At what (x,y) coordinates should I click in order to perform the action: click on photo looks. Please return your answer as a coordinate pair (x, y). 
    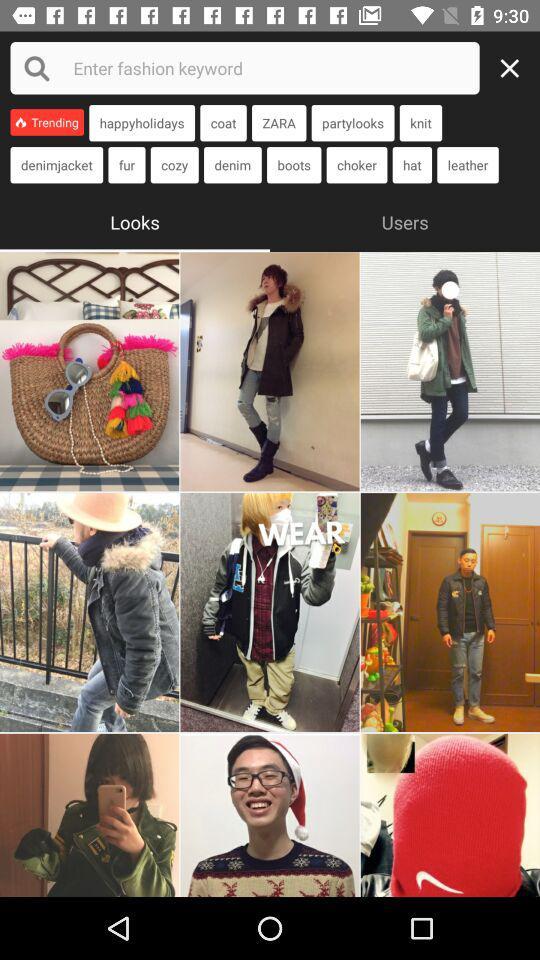
    Looking at the image, I should click on (270, 611).